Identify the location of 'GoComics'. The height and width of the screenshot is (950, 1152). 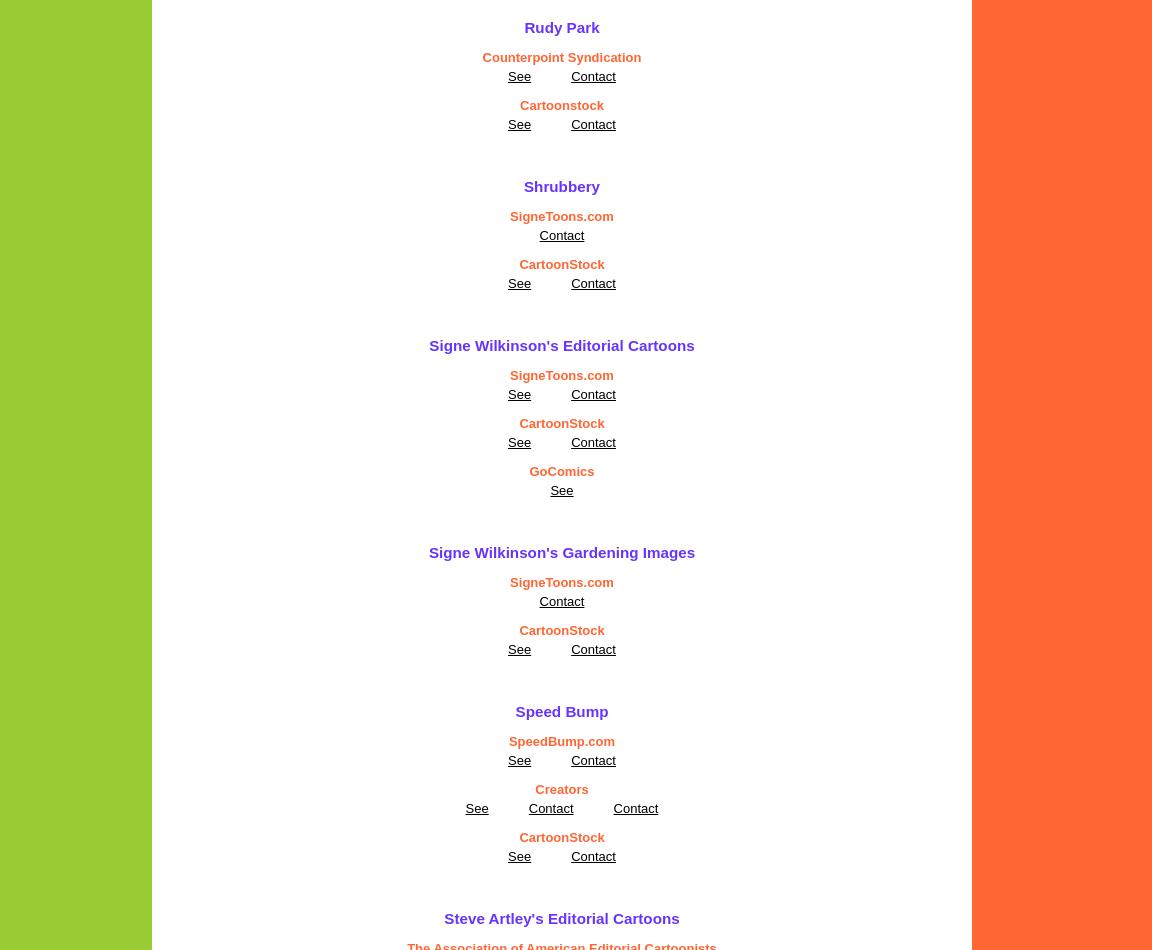
(561, 470).